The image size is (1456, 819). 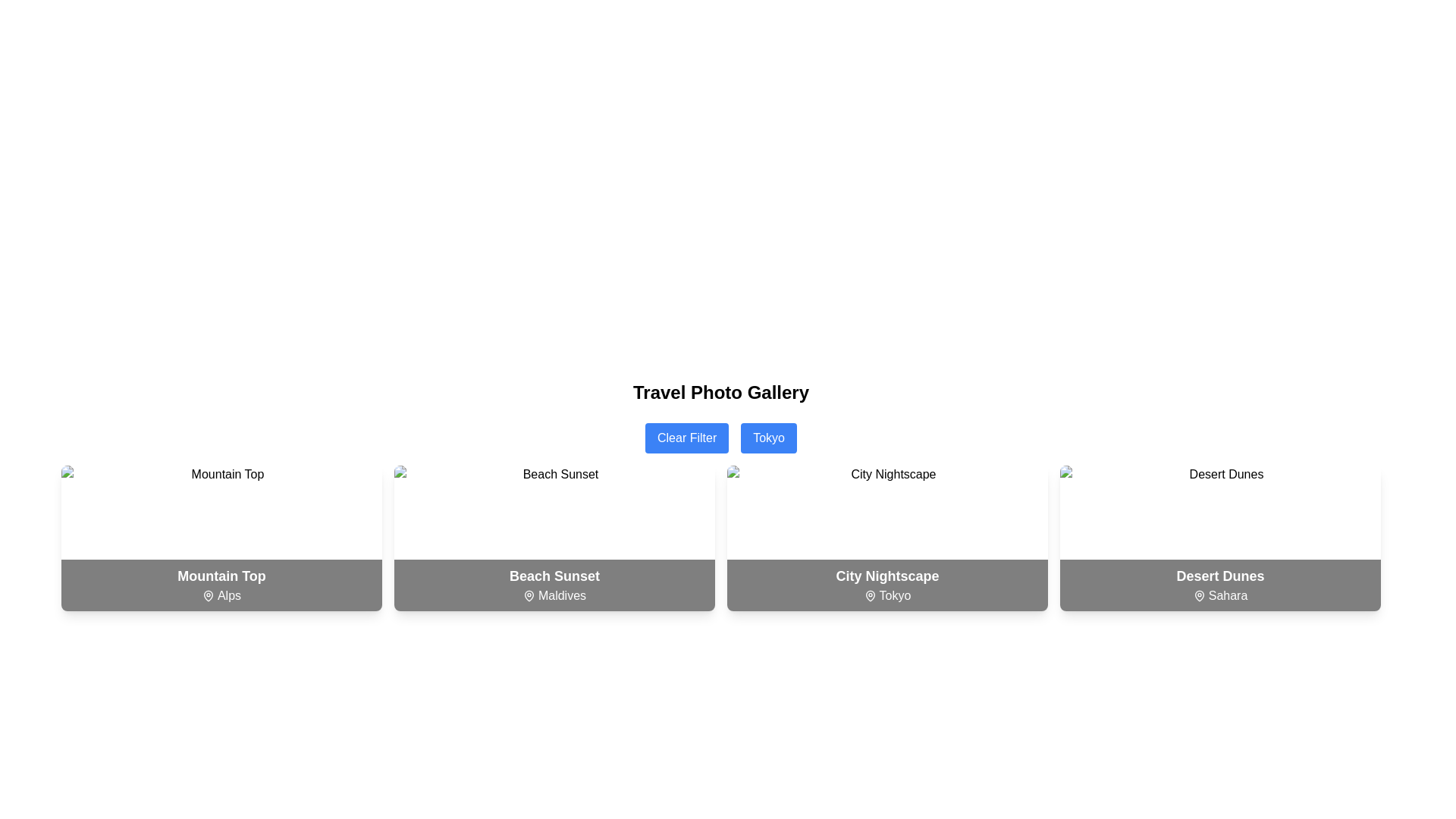 I want to click on the vector-based location icon (SVG) representing the Maldives, located to the left of the text 'Maldives' in the Beach Sunset section of the second card, so click(x=529, y=595).